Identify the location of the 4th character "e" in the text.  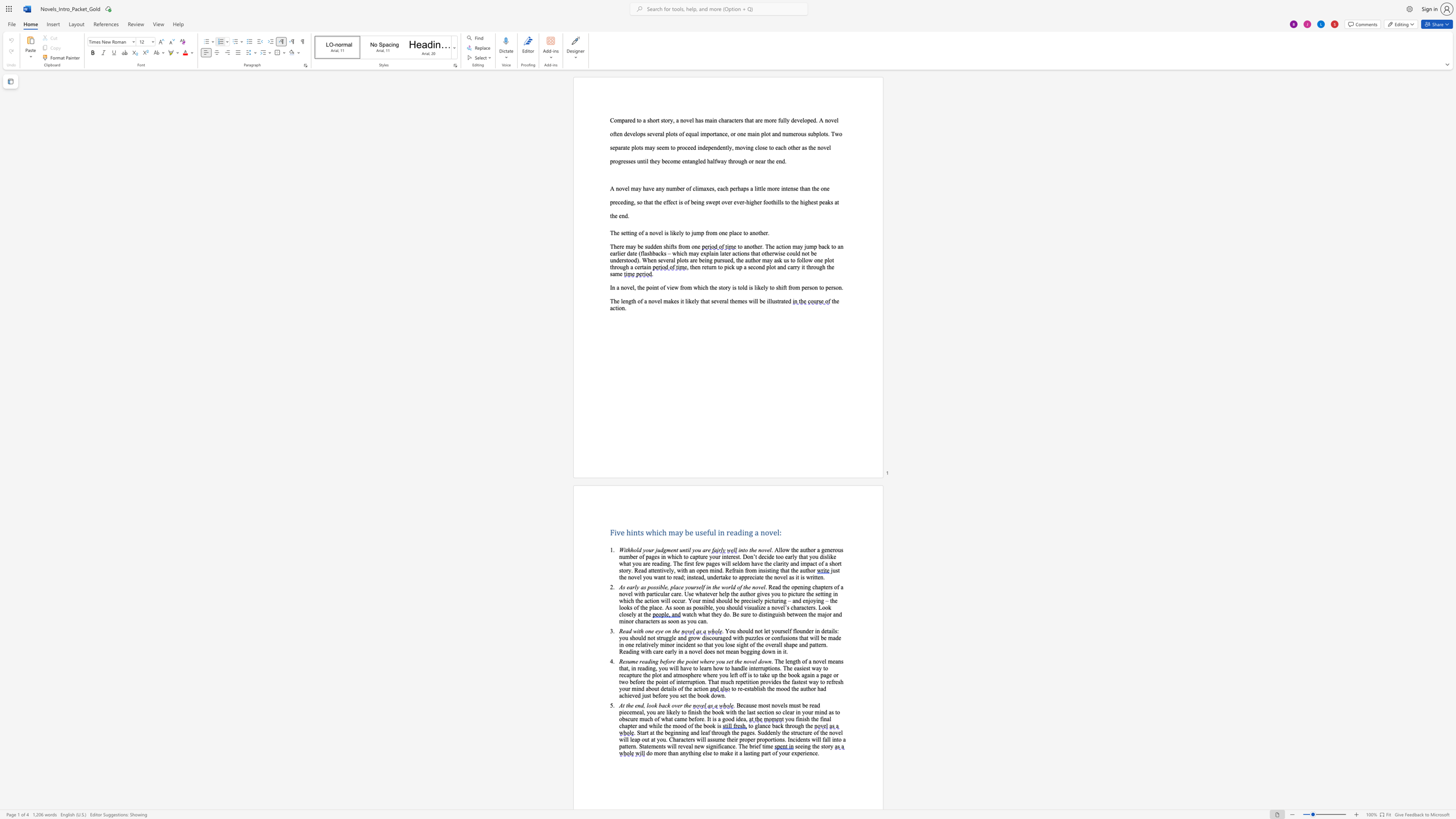
(664, 661).